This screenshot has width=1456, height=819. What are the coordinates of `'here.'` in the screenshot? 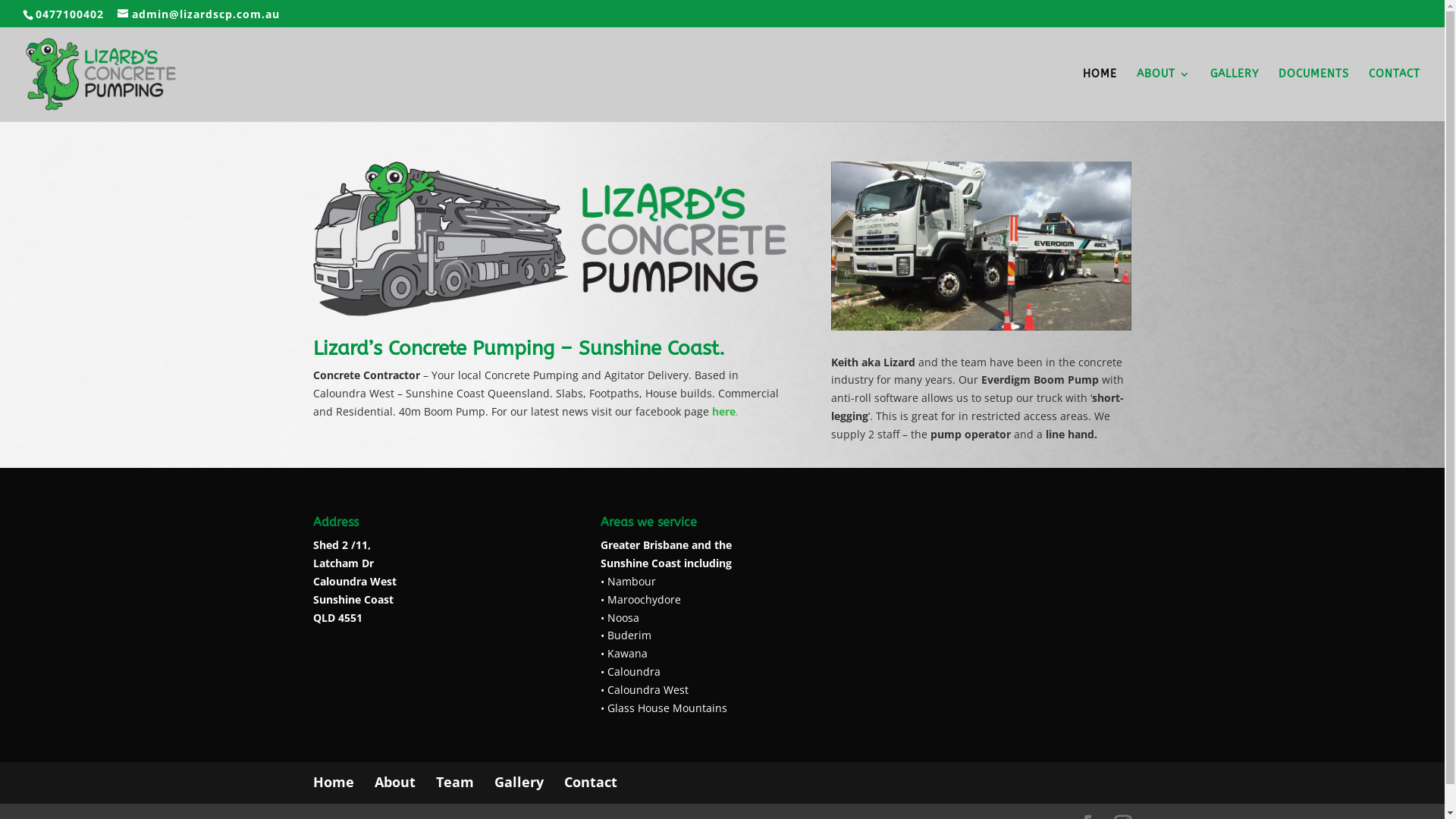 It's located at (723, 411).